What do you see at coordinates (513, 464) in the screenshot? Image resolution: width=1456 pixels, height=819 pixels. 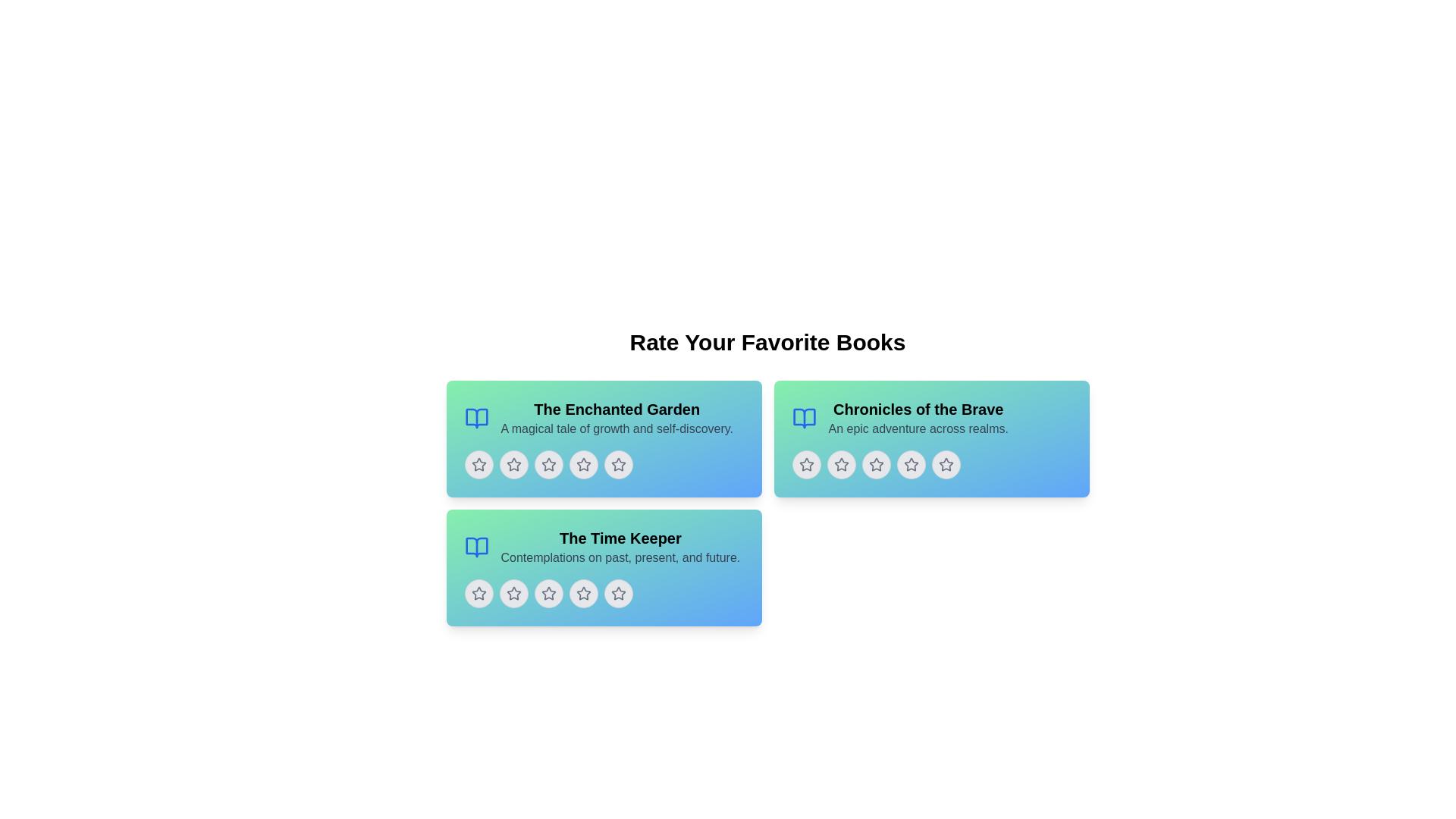 I see `the second interactive rating star icon with a gray outline in the rating row of the card labeled 'The Enchanted Garden'` at bounding box center [513, 464].